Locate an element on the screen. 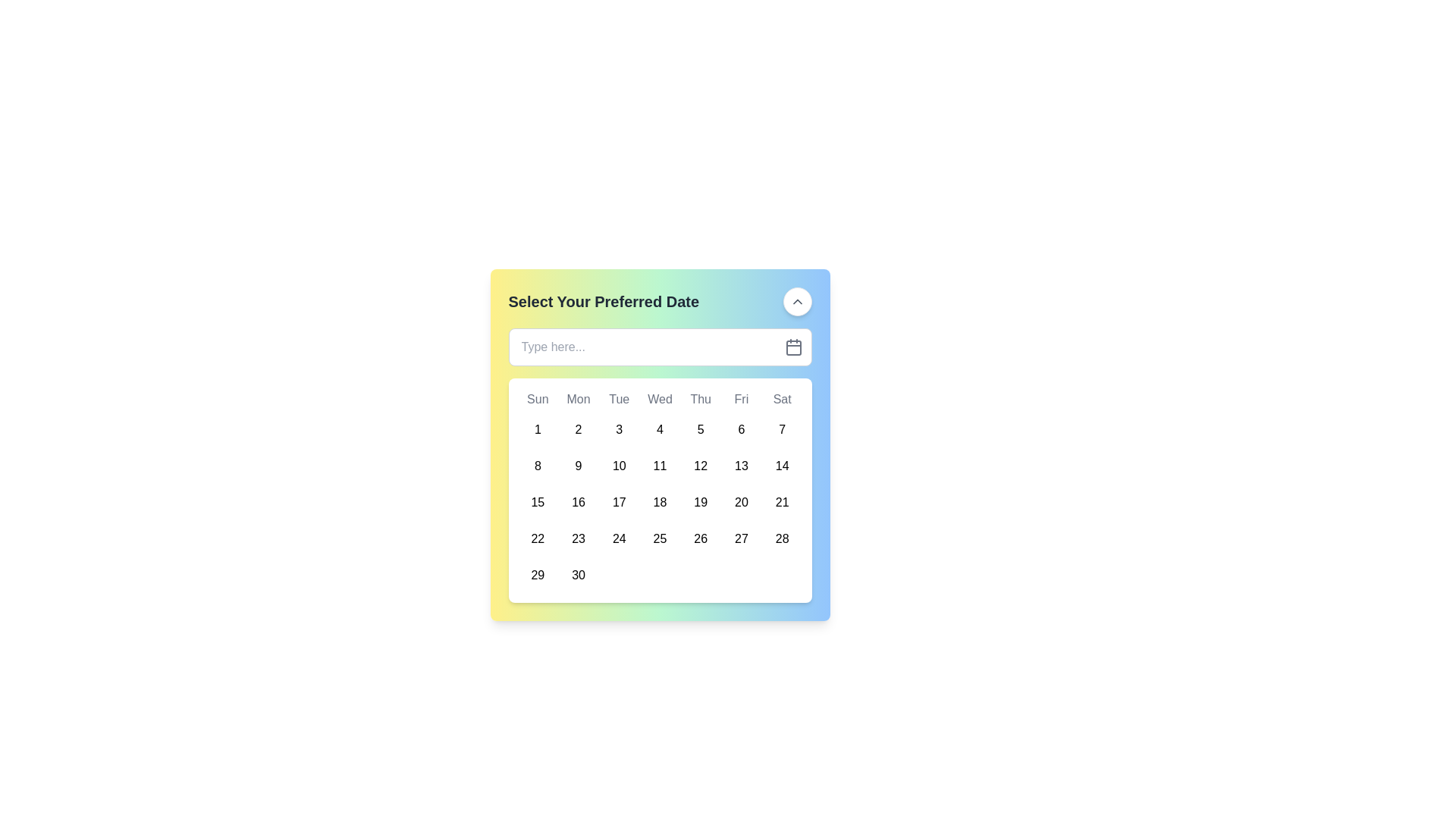 Image resolution: width=1456 pixels, height=819 pixels. the rounded interactive button labeled '18' in the calendar grid is located at coordinates (660, 503).